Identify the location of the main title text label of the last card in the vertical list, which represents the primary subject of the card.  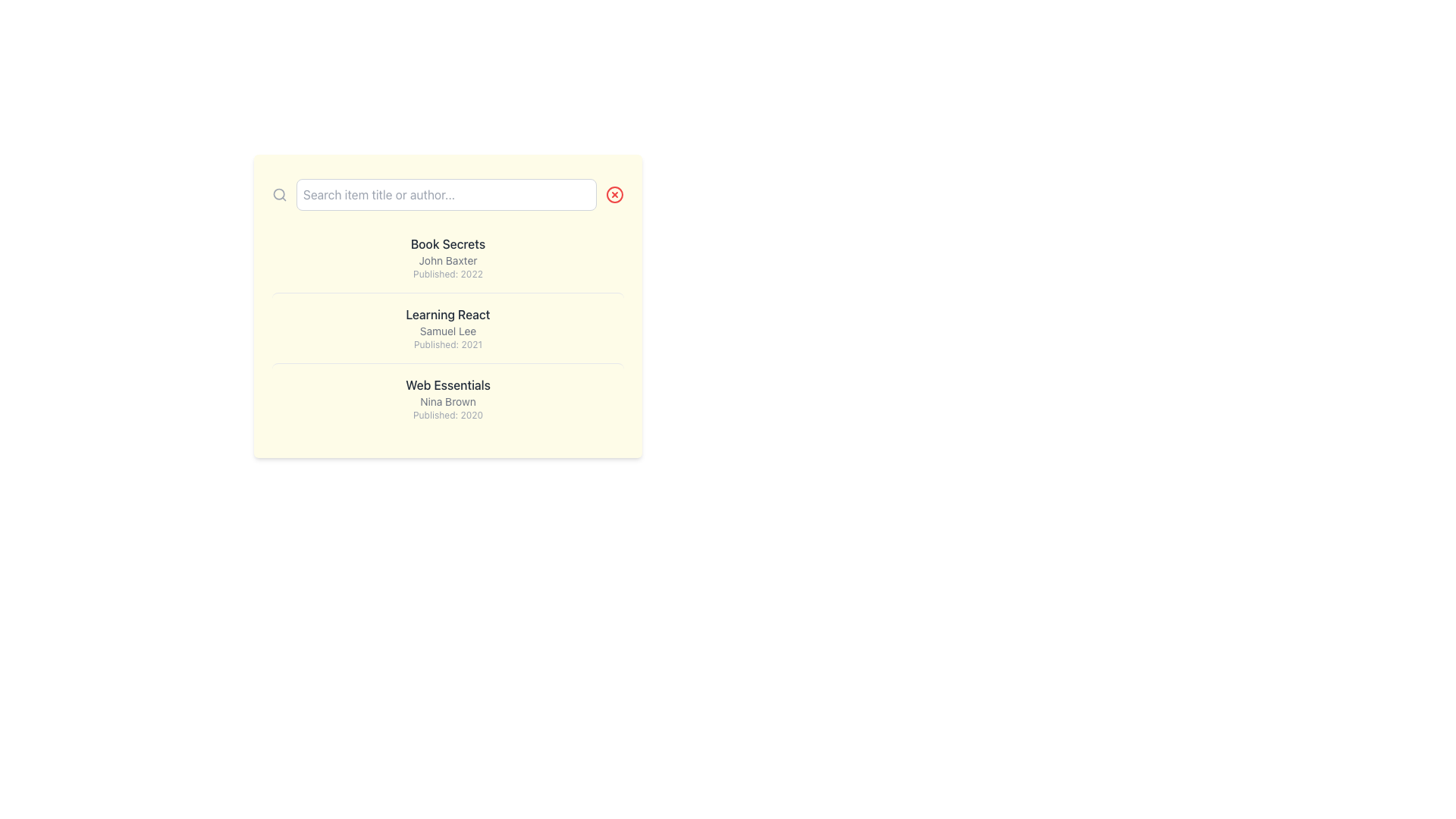
(447, 384).